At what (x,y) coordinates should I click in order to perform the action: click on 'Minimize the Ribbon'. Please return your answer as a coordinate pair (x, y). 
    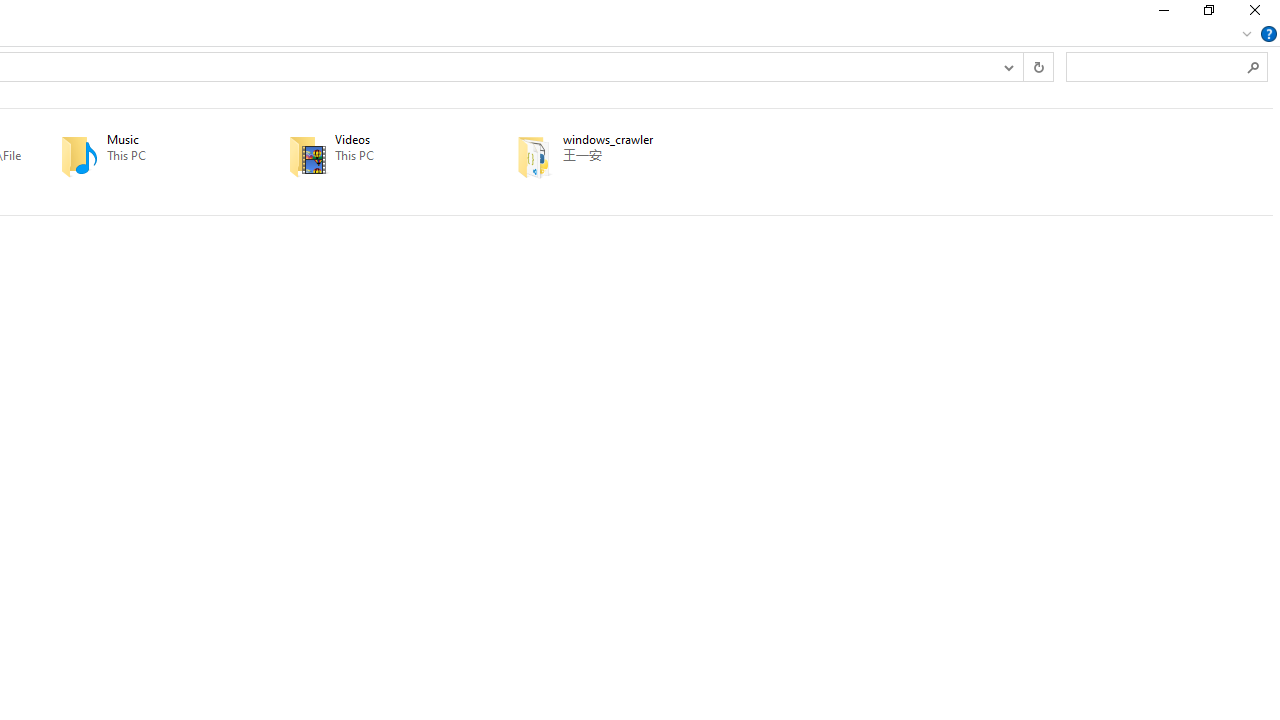
    Looking at the image, I should click on (1246, 33).